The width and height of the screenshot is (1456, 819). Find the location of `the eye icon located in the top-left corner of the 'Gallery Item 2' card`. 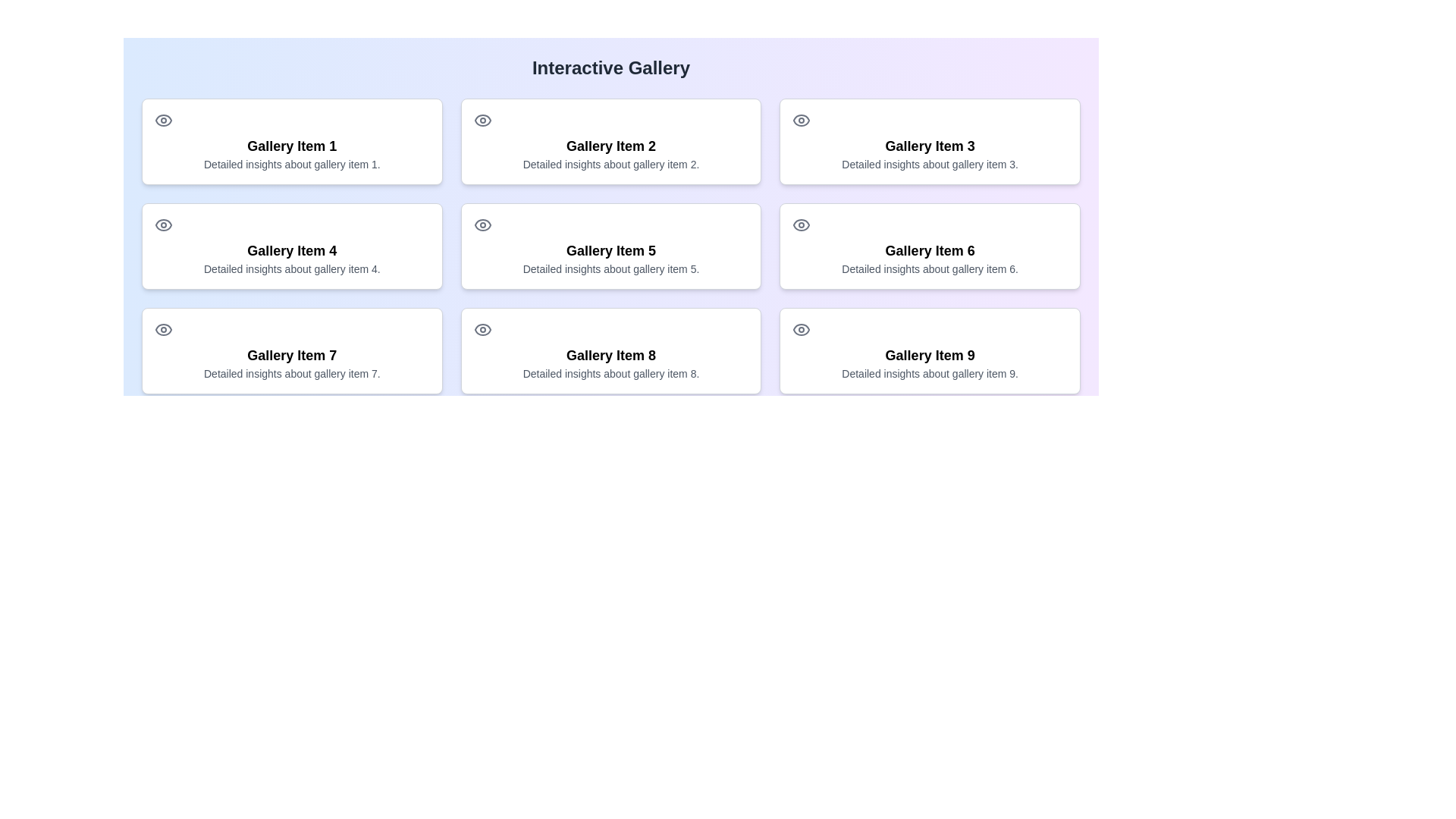

the eye icon located in the top-left corner of the 'Gallery Item 2' card is located at coordinates (482, 119).